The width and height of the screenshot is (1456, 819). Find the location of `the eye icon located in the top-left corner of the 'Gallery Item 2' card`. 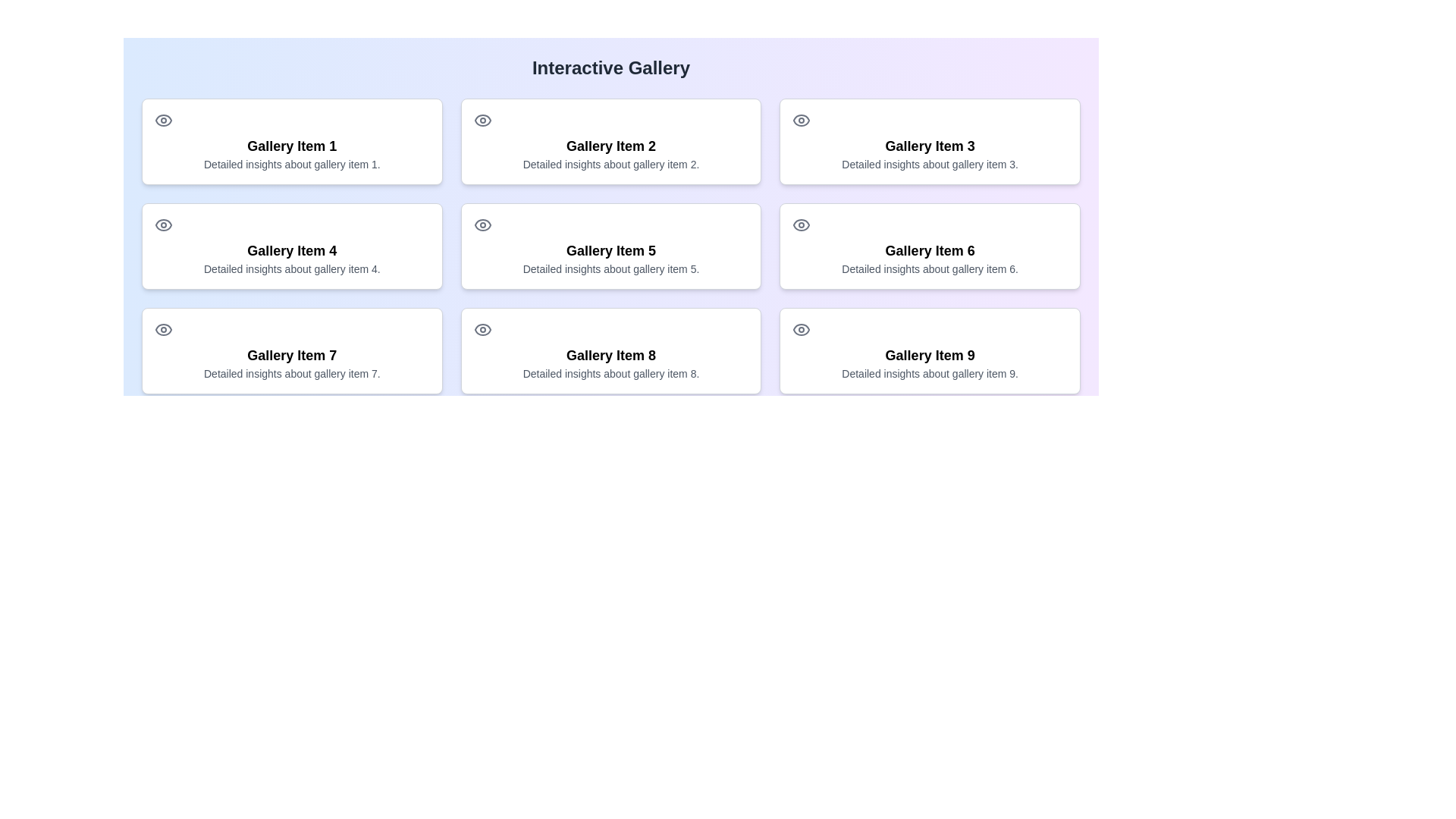

the eye icon located in the top-left corner of the 'Gallery Item 2' card is located at coordinates (482, 119).